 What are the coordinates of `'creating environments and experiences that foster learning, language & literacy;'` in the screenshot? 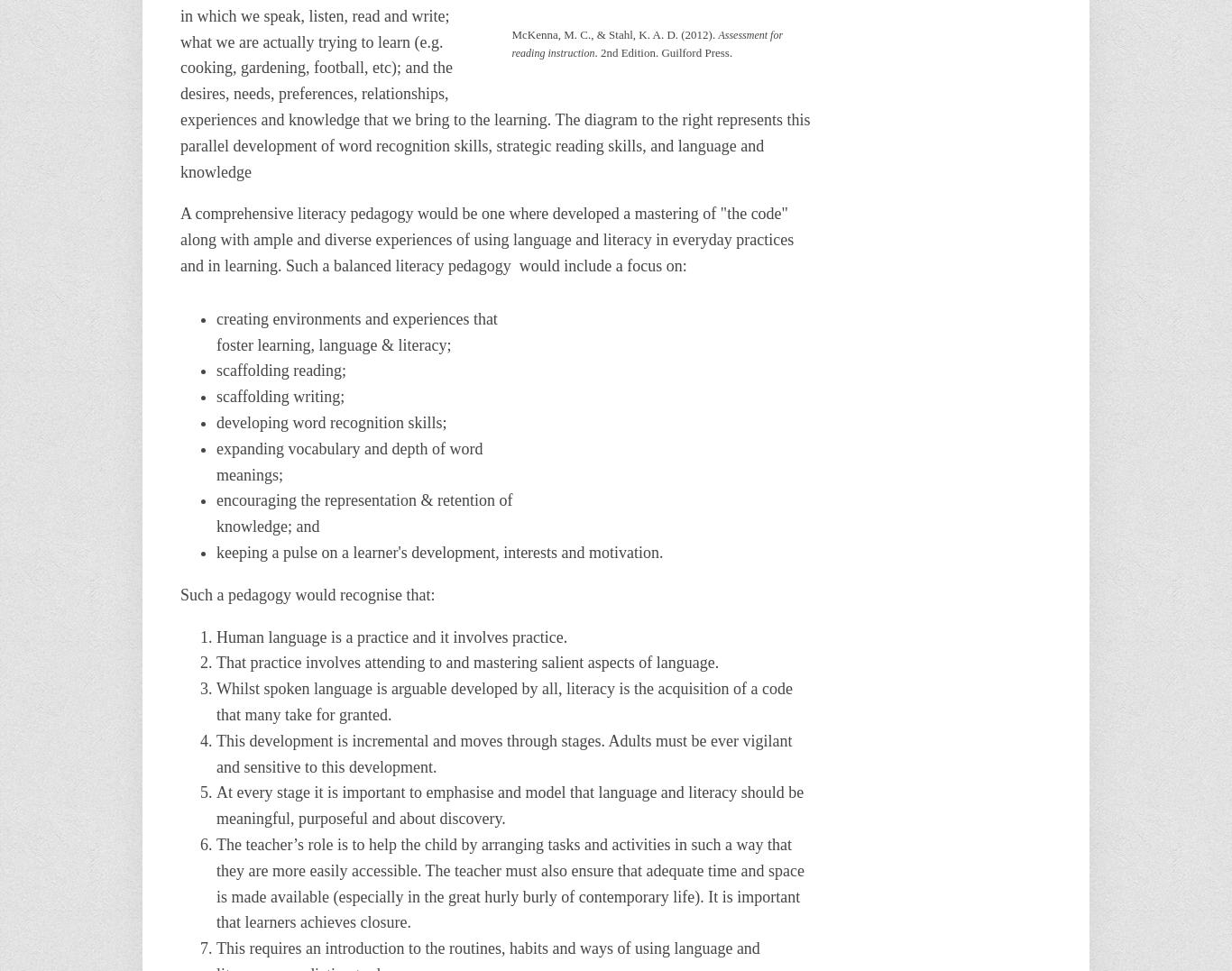 It's located at (355, 330).